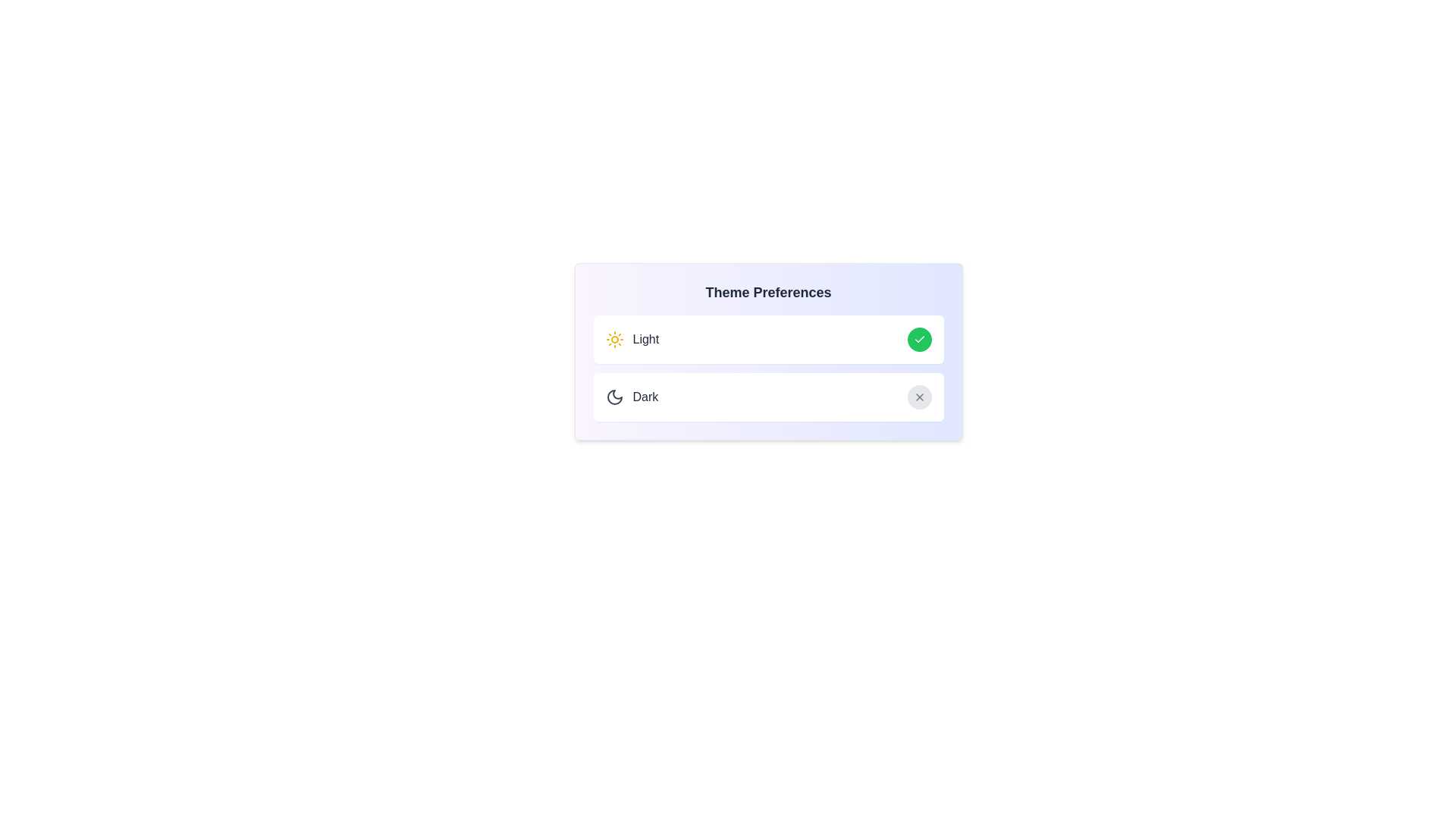  What do you see at coordinates (614, 338) in the screenshot?
I see `the 'Sun' icon to toggle the 'Light' theme` at bounding box center [614, 338].